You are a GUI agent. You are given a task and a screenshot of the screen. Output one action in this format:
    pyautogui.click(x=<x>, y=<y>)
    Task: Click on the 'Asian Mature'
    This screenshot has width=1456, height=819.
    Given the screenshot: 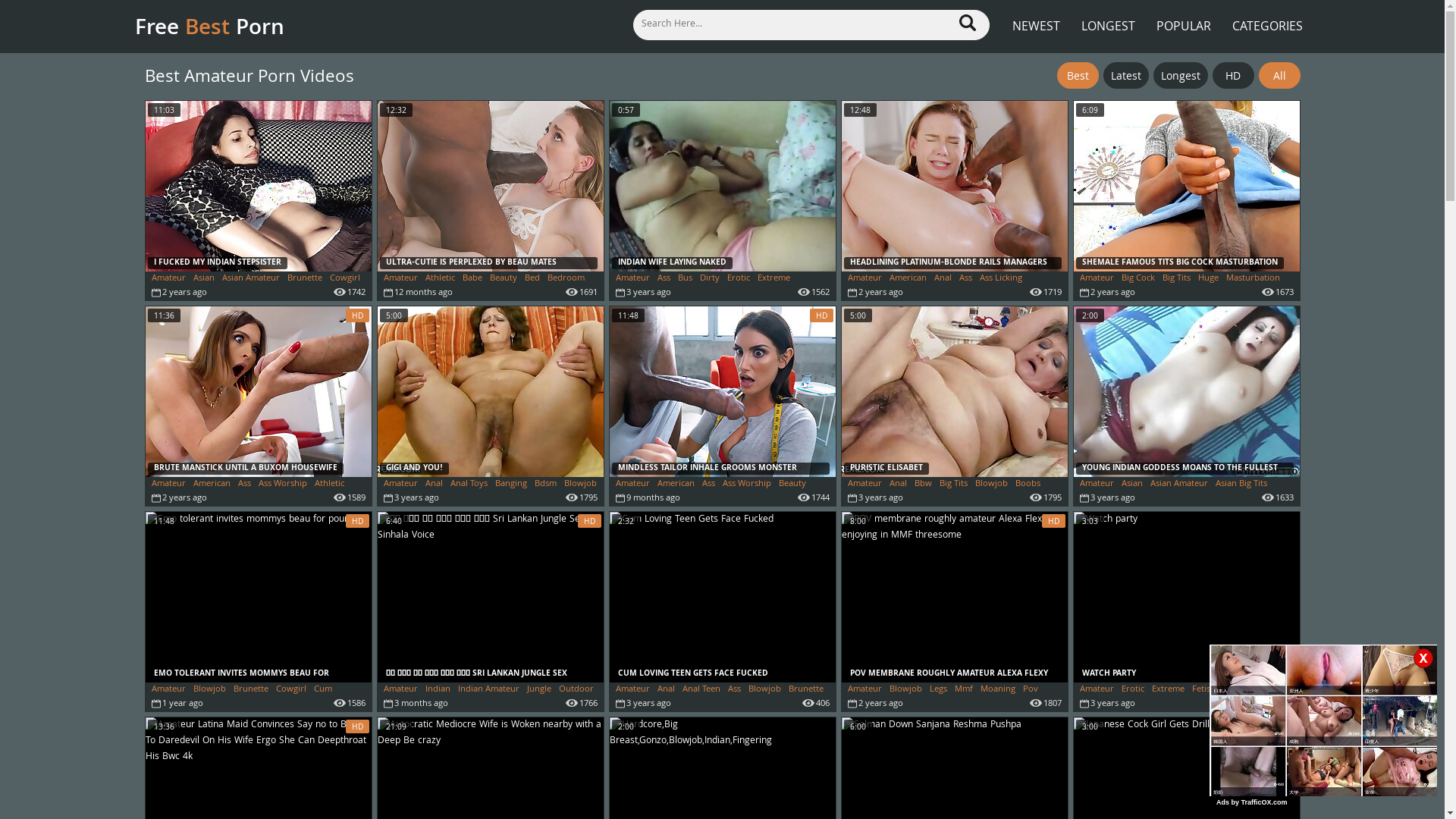 What is the action you would take?
    pyautogui.click(x=1106, y=497)
    